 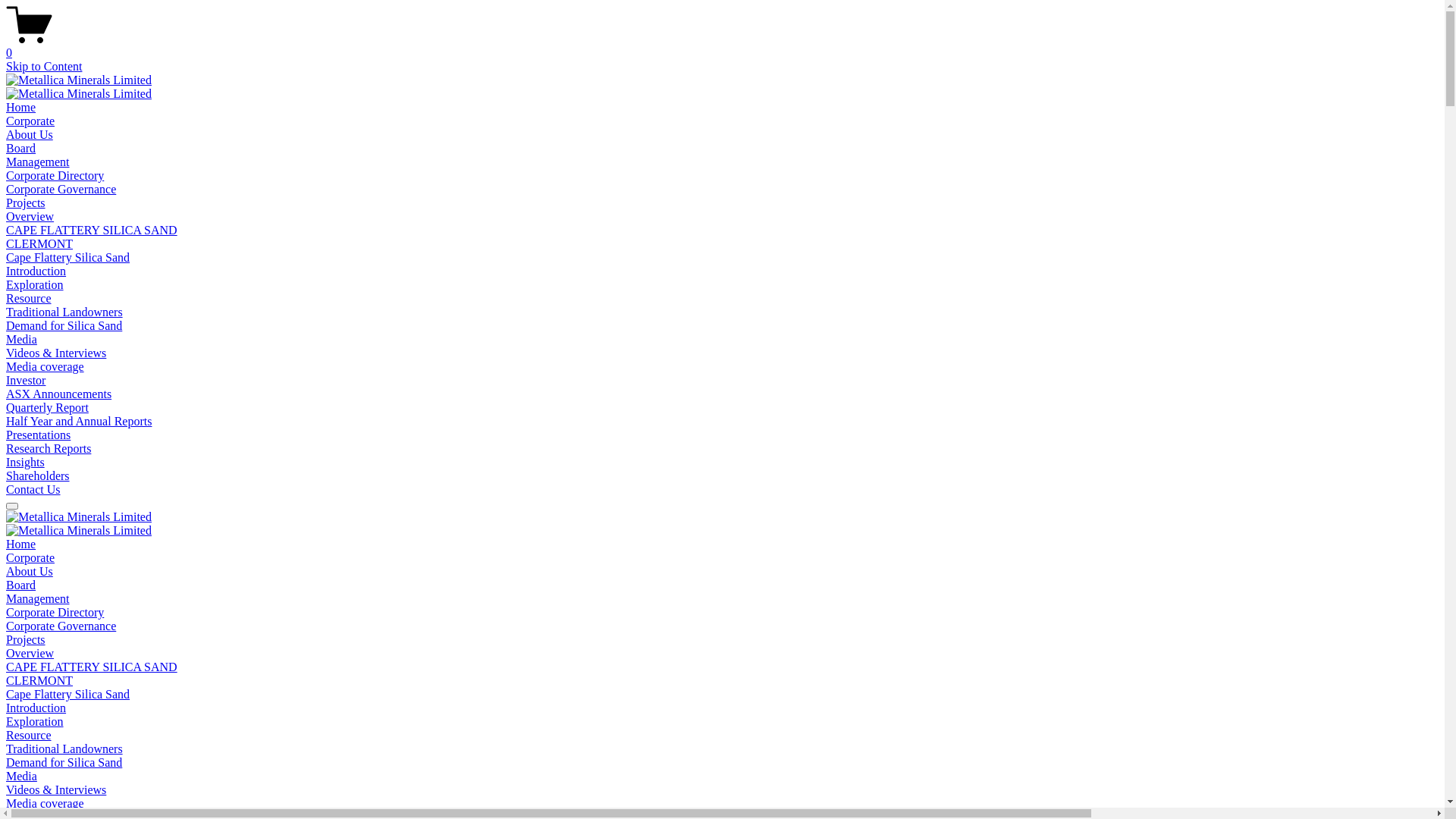 I want to click on 'Resource', so click(x=29, y=298).